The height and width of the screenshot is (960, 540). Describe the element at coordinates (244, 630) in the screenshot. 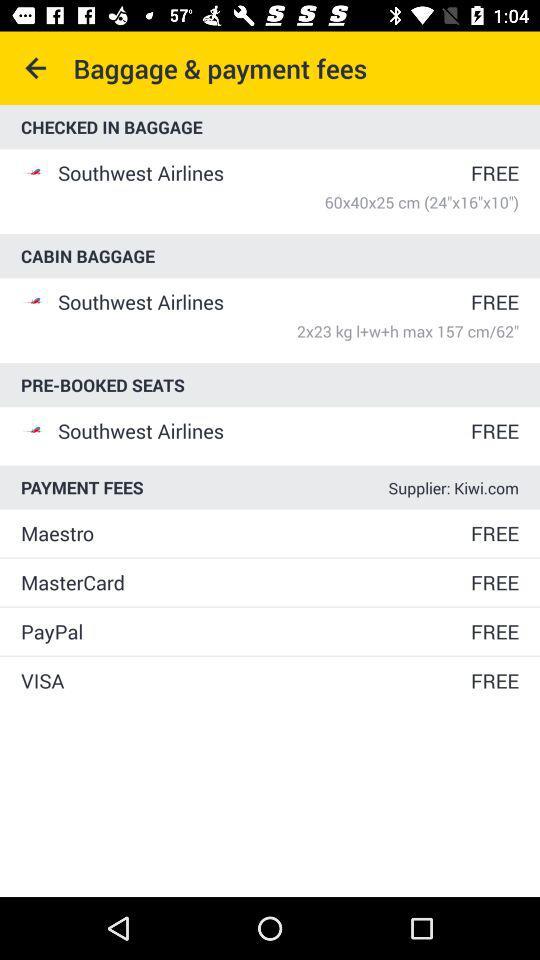

I see `the icon below mastercard` at that location.